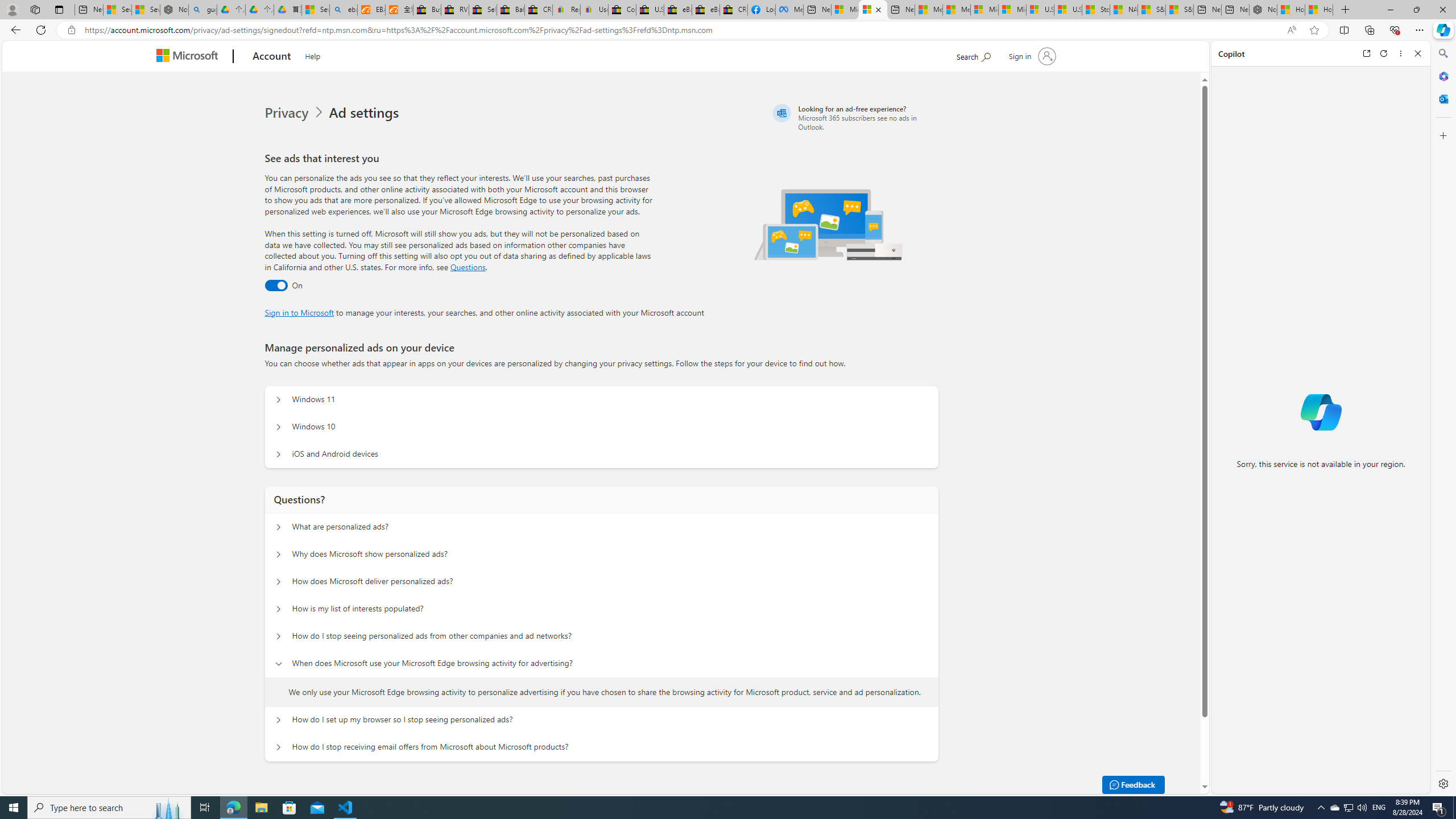  Describe the element at coordinates (565, 9) in the screenshot. I see `'Register: Create a personal eBay account'` at that location.